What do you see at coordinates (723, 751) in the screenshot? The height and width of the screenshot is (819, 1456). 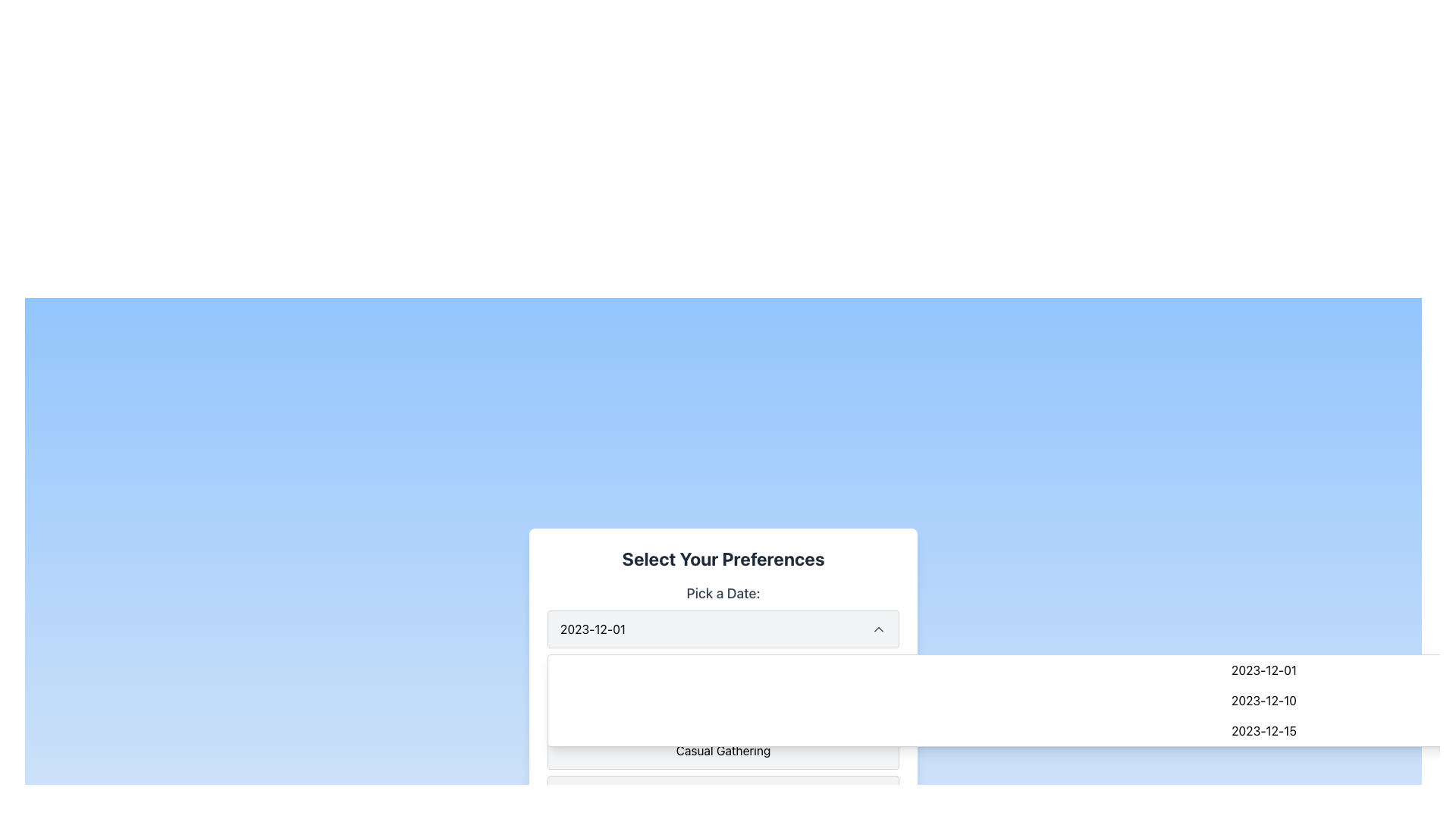 I see `the 'Casual Gathering' option in the dropdown selection menu` at bounding box center [723, 751].